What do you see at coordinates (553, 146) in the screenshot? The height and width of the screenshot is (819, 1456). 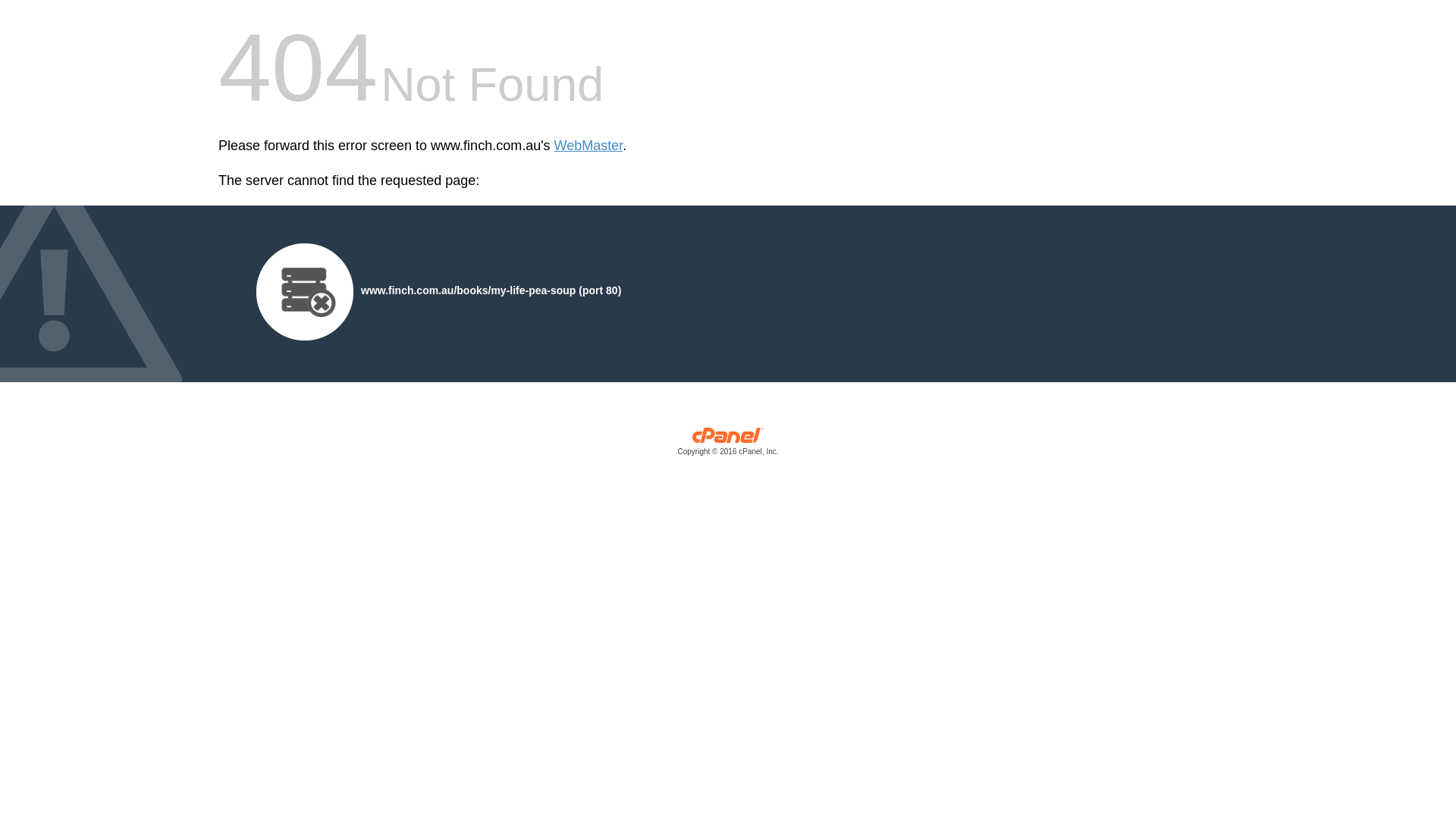 I see `'WebMaster'` at bounding box center [553, 146].